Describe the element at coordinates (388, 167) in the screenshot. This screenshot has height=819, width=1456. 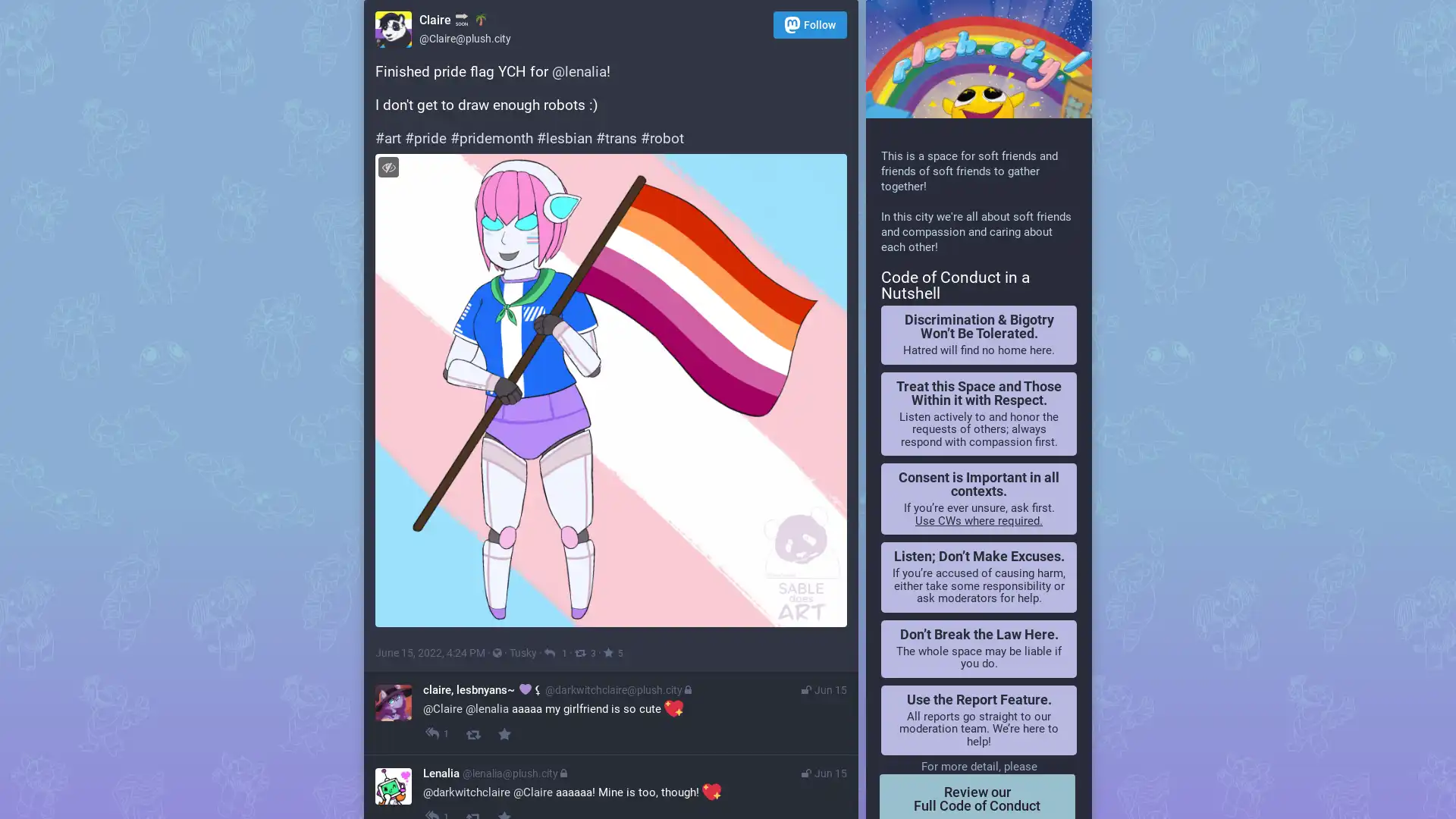
I see `Hide image` at that location.